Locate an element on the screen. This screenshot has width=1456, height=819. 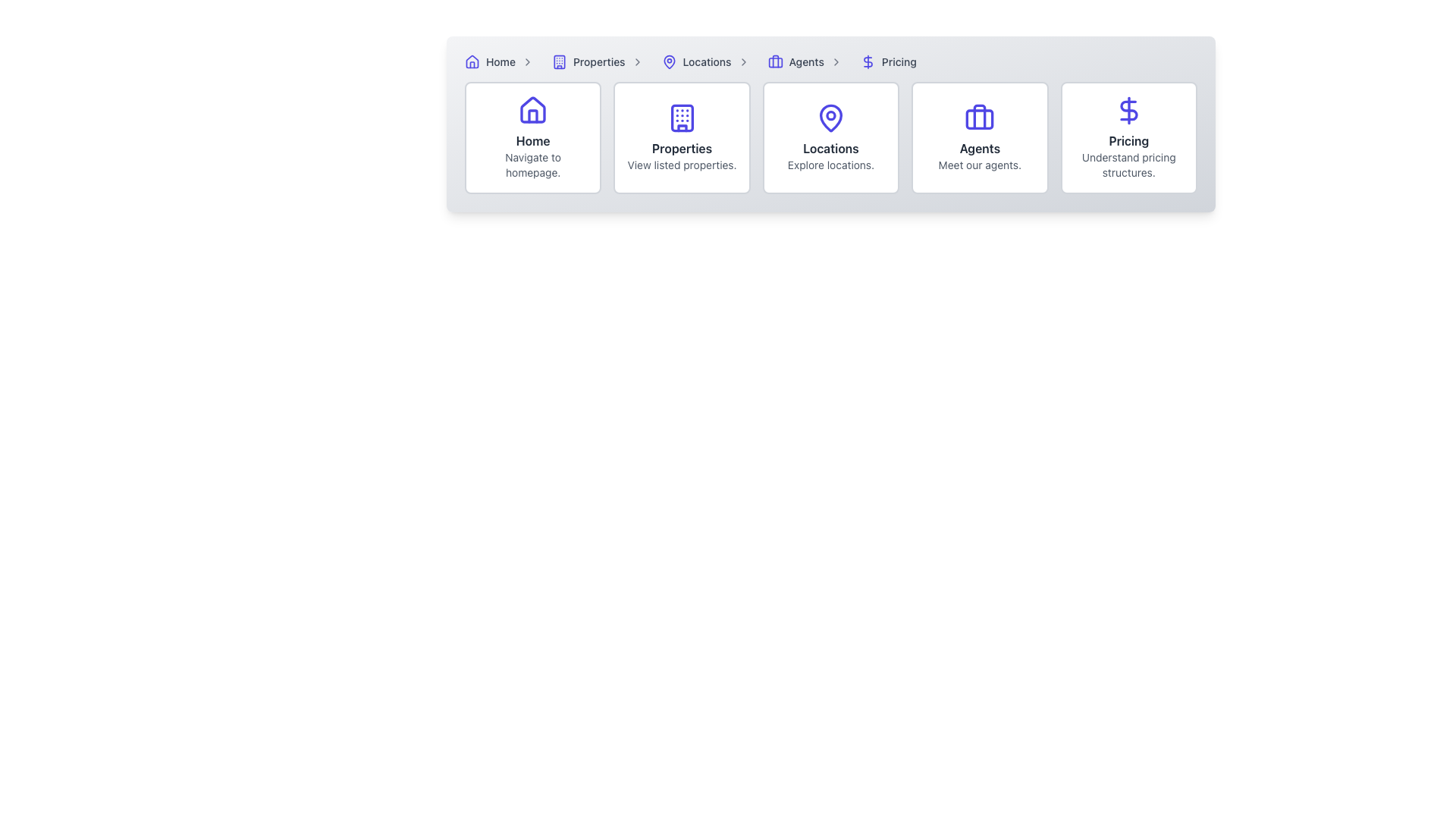
the button with a white background, gray border, blue house icon, and text 'Home' and 'Navigate to homepage.' is located at coordinates (533, 137).